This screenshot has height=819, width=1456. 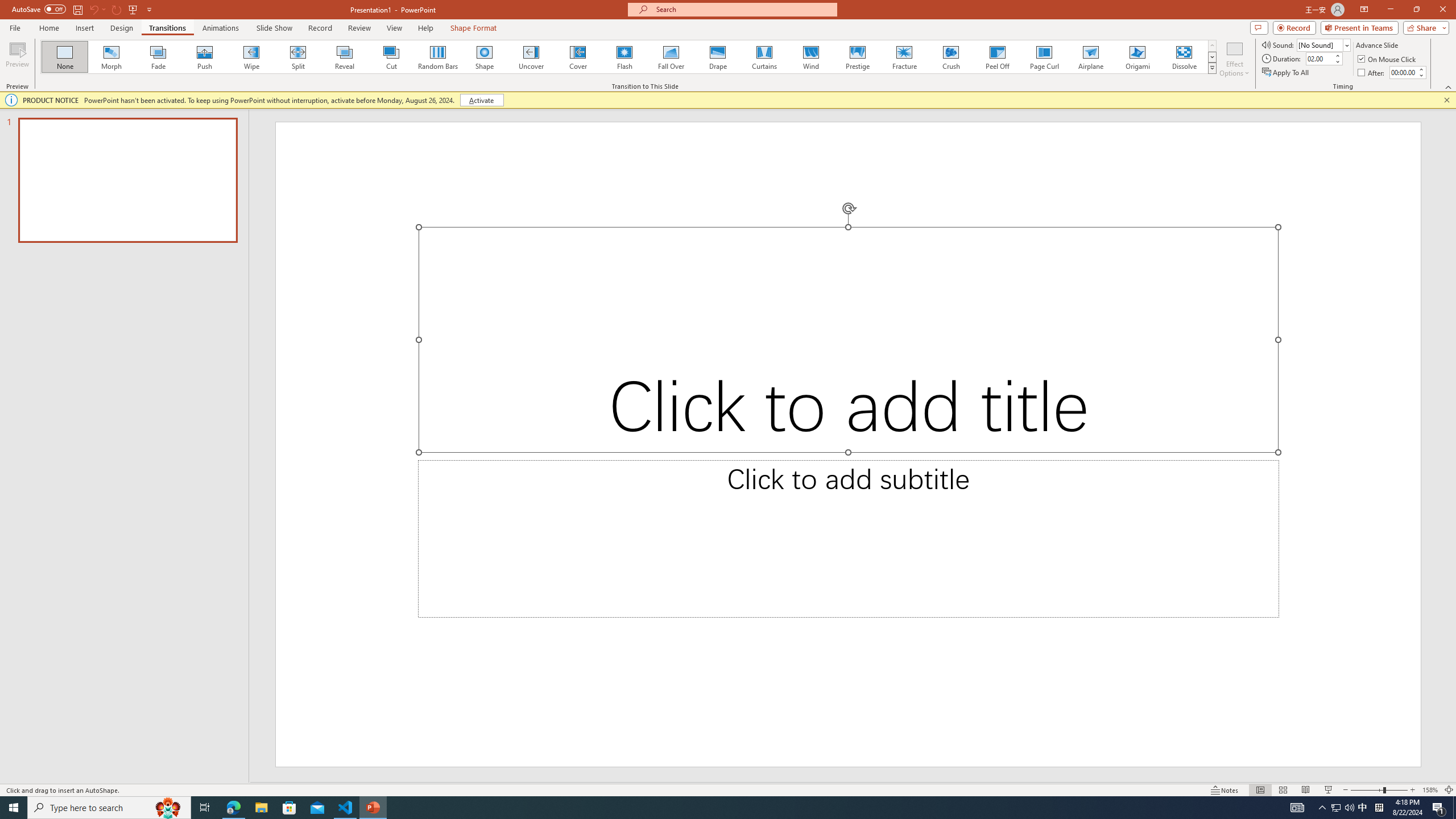 I want to click on 'After', so click(x=1403, y=72).